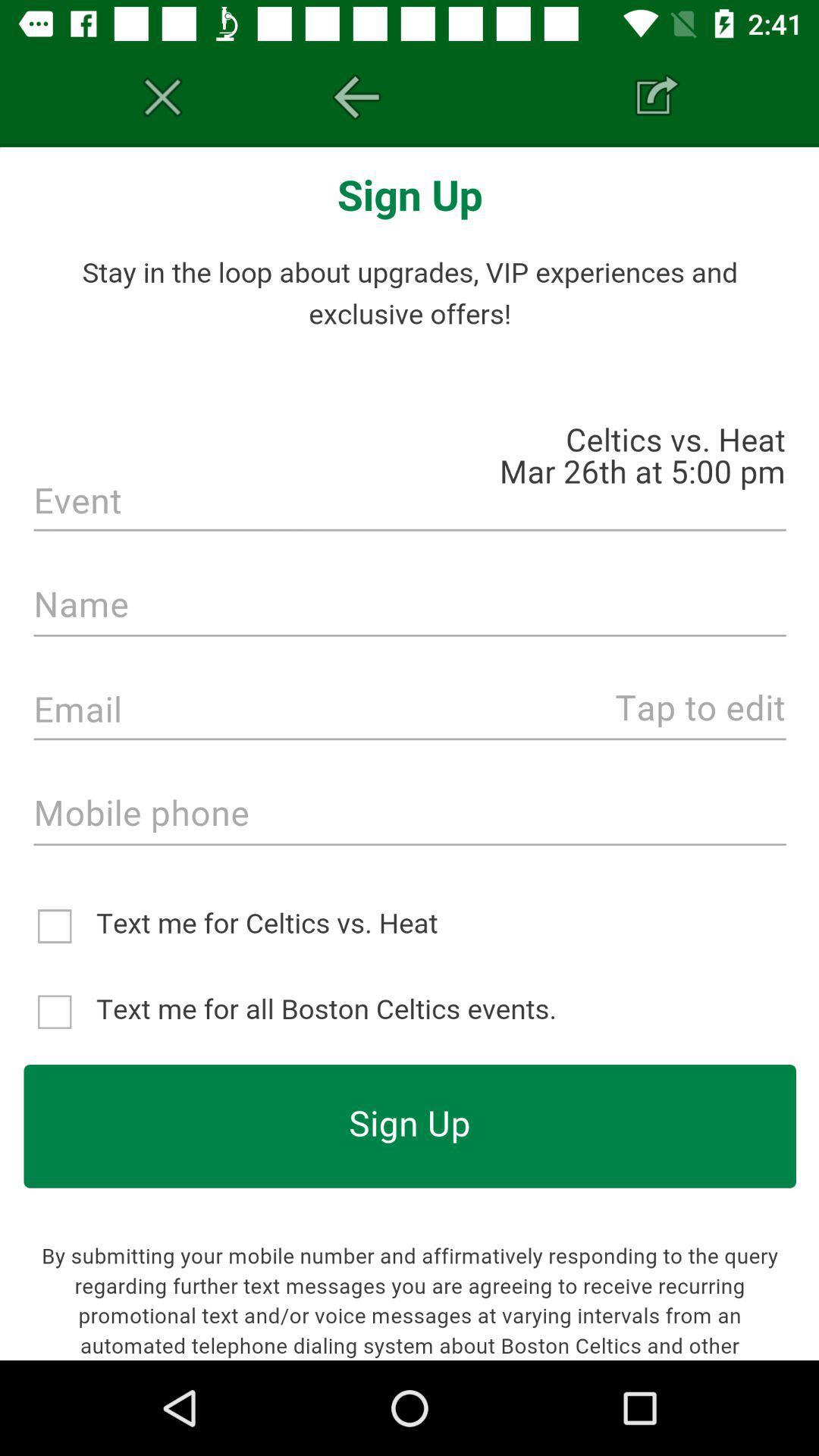  I want to click on click x icon, so click(162, 96).